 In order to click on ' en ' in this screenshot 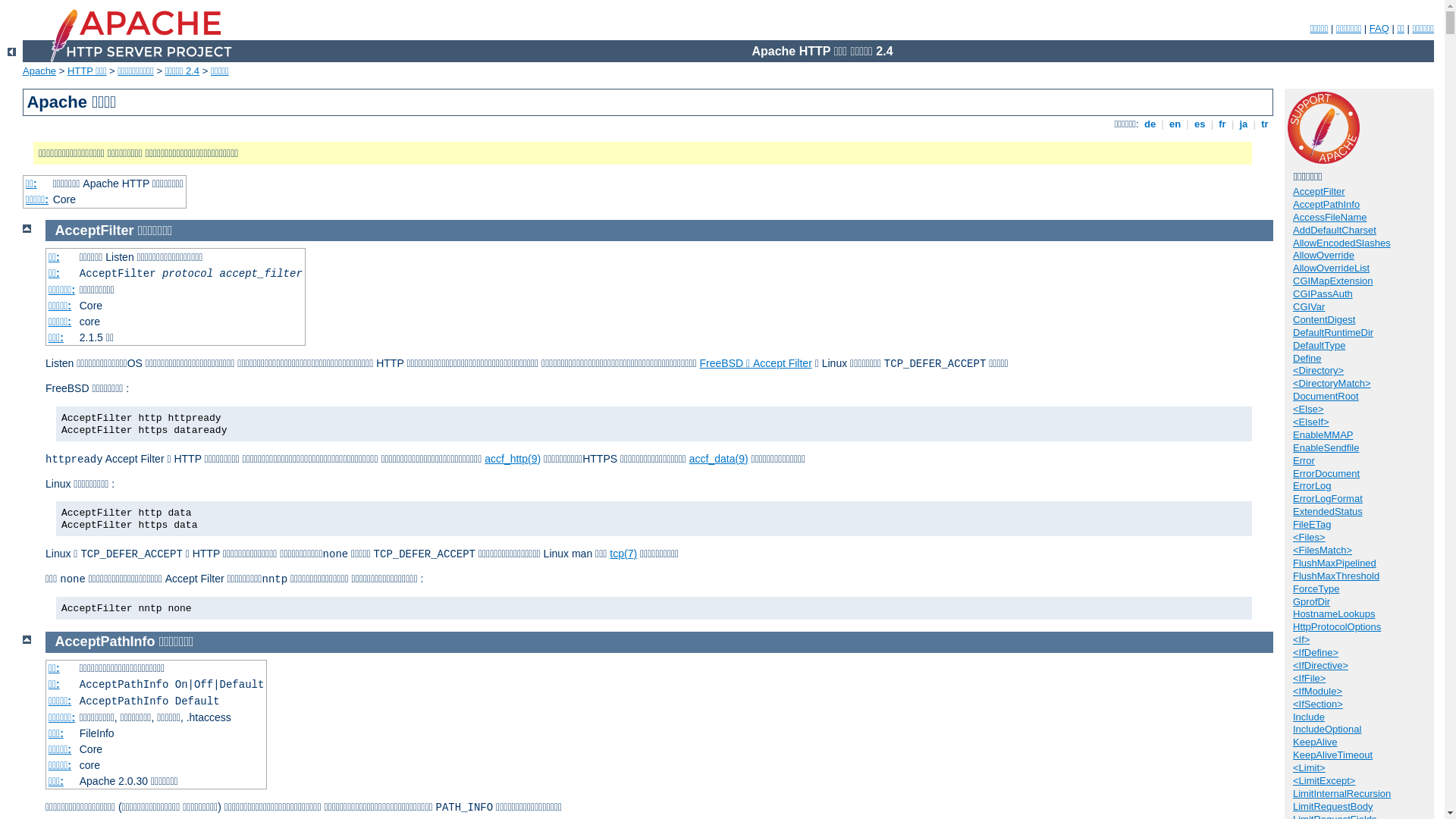, I will do `click(1165, 123)`.